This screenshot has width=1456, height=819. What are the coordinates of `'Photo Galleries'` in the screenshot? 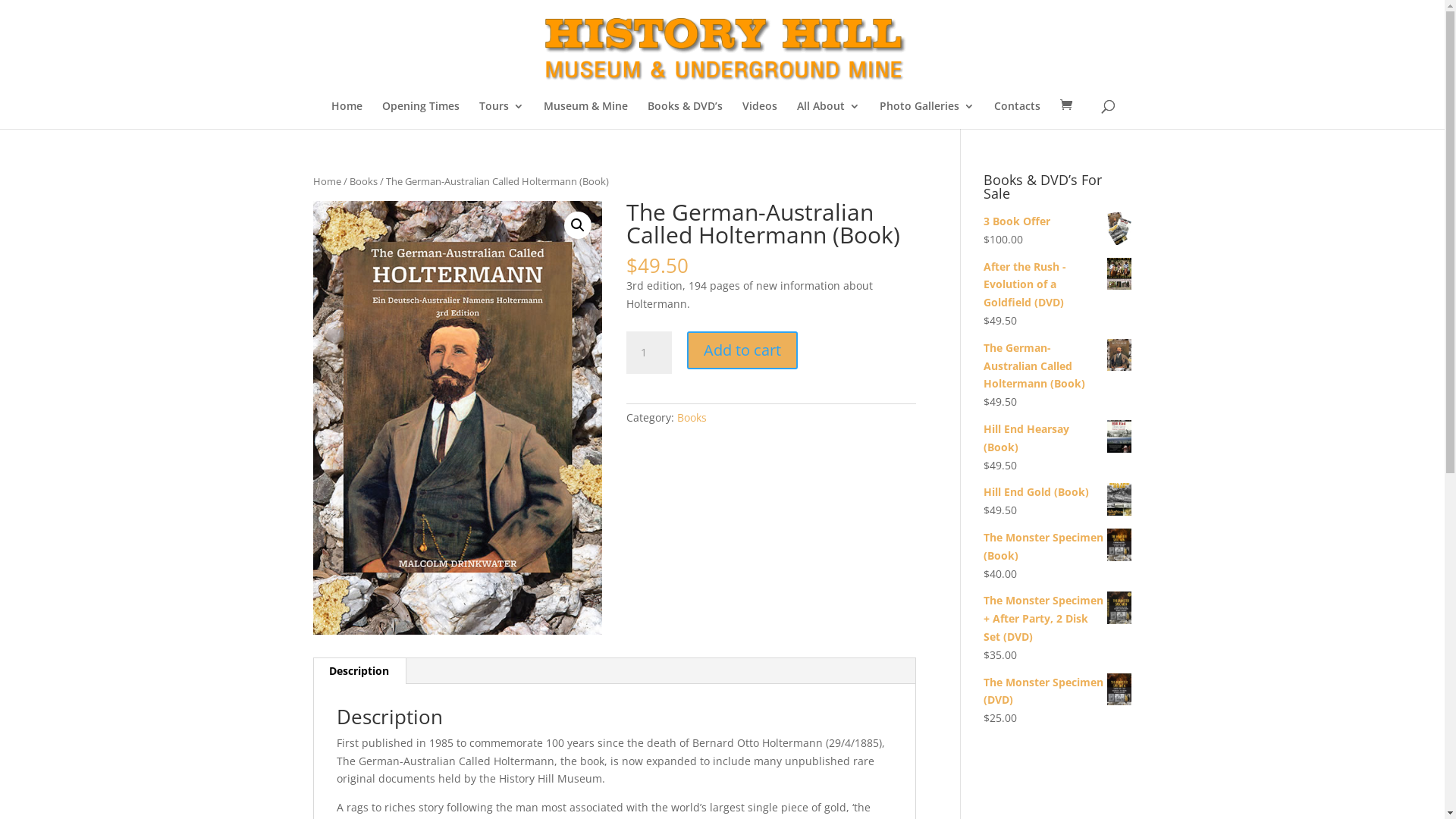 It's located at (926, 114).